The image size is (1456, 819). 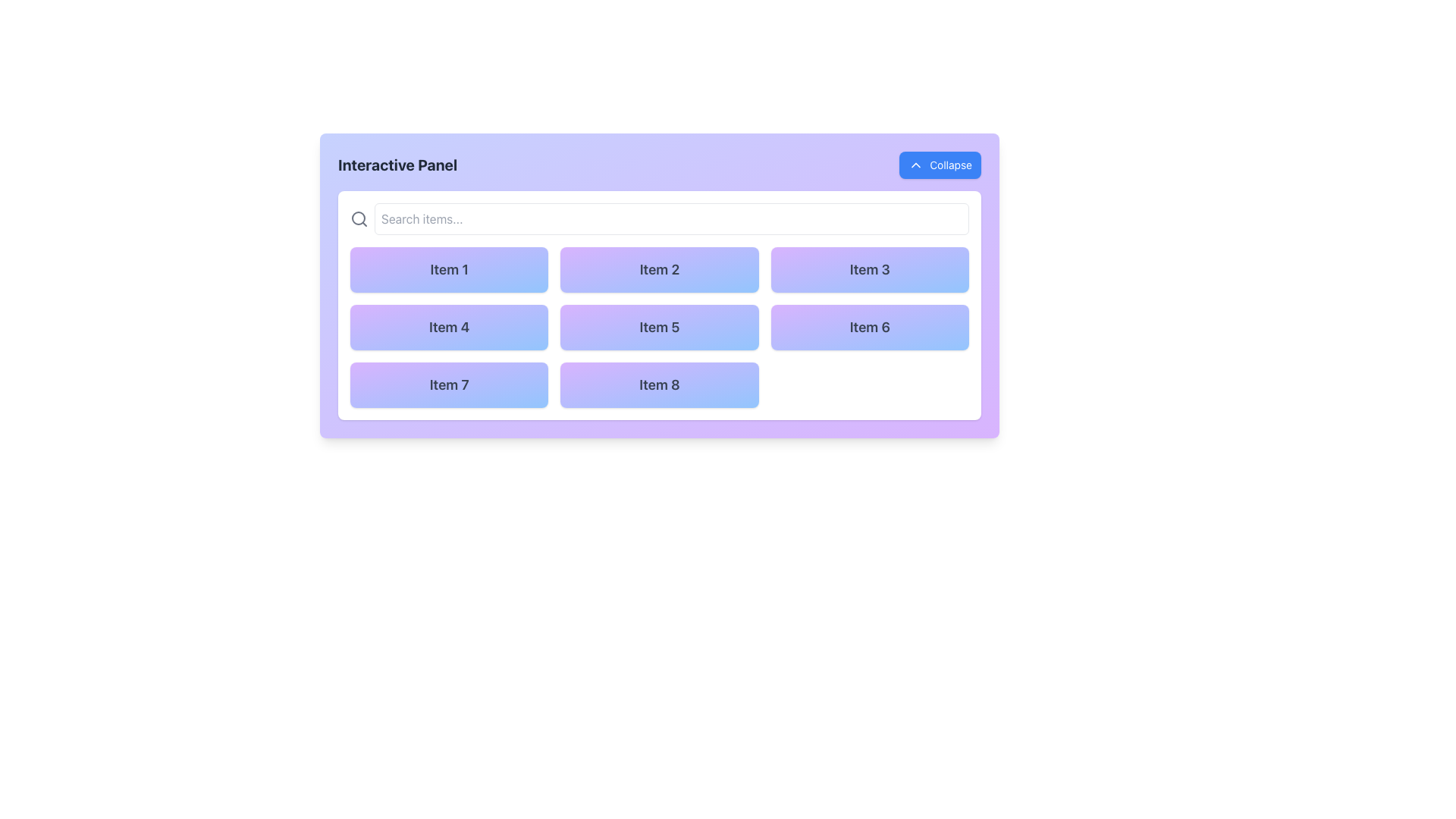 I want to click on the rectangular card labeled 'Item 4' with a gradient background transitioning from light blue to light purple, located in the middle left area of the grid layout, so click(x=448, y=327).